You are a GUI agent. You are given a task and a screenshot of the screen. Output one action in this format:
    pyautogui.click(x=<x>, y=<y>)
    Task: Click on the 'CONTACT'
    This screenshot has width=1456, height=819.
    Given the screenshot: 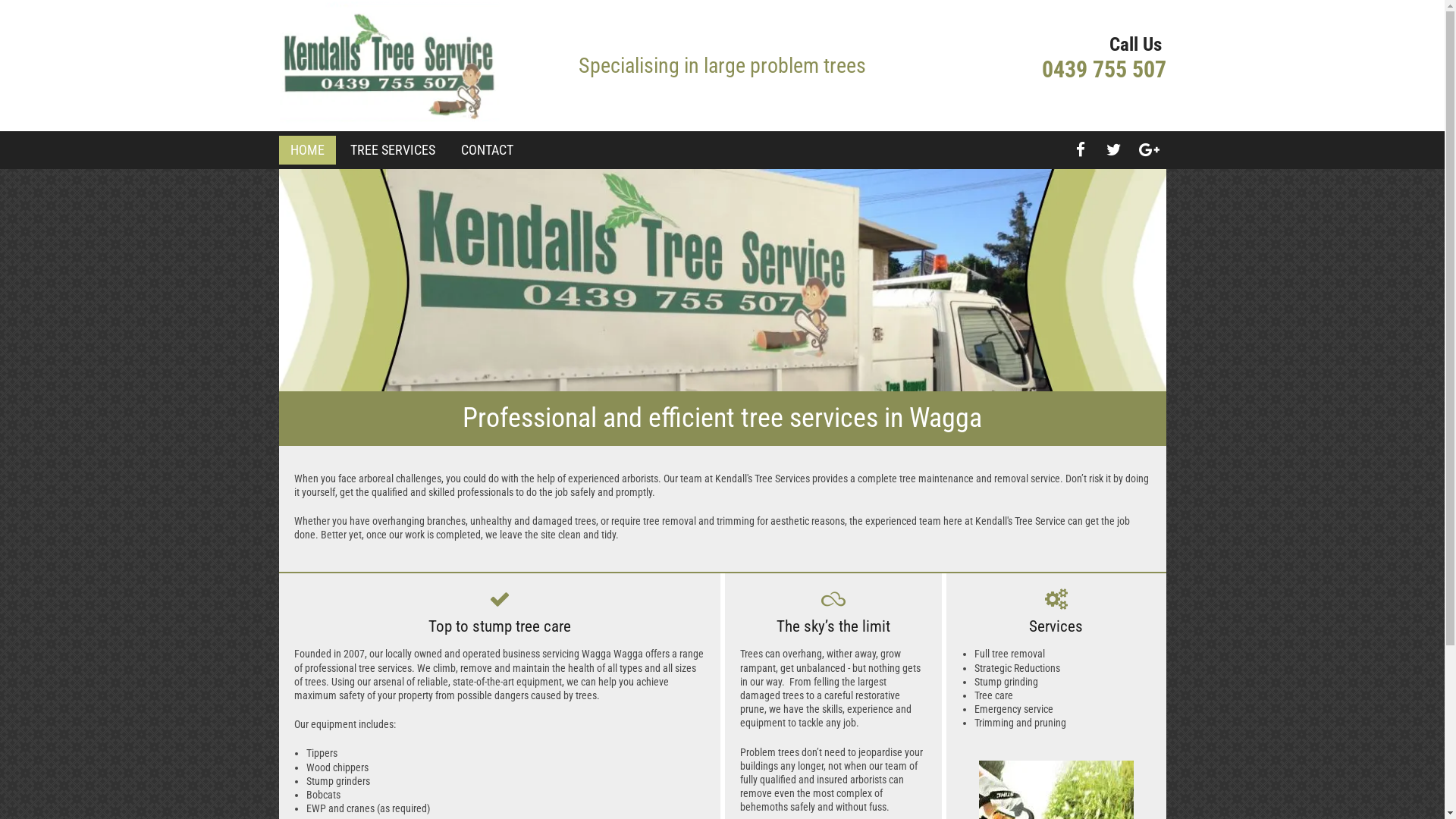 What is the action you would take?
    pyautogui.click(x=460, y=149)
    